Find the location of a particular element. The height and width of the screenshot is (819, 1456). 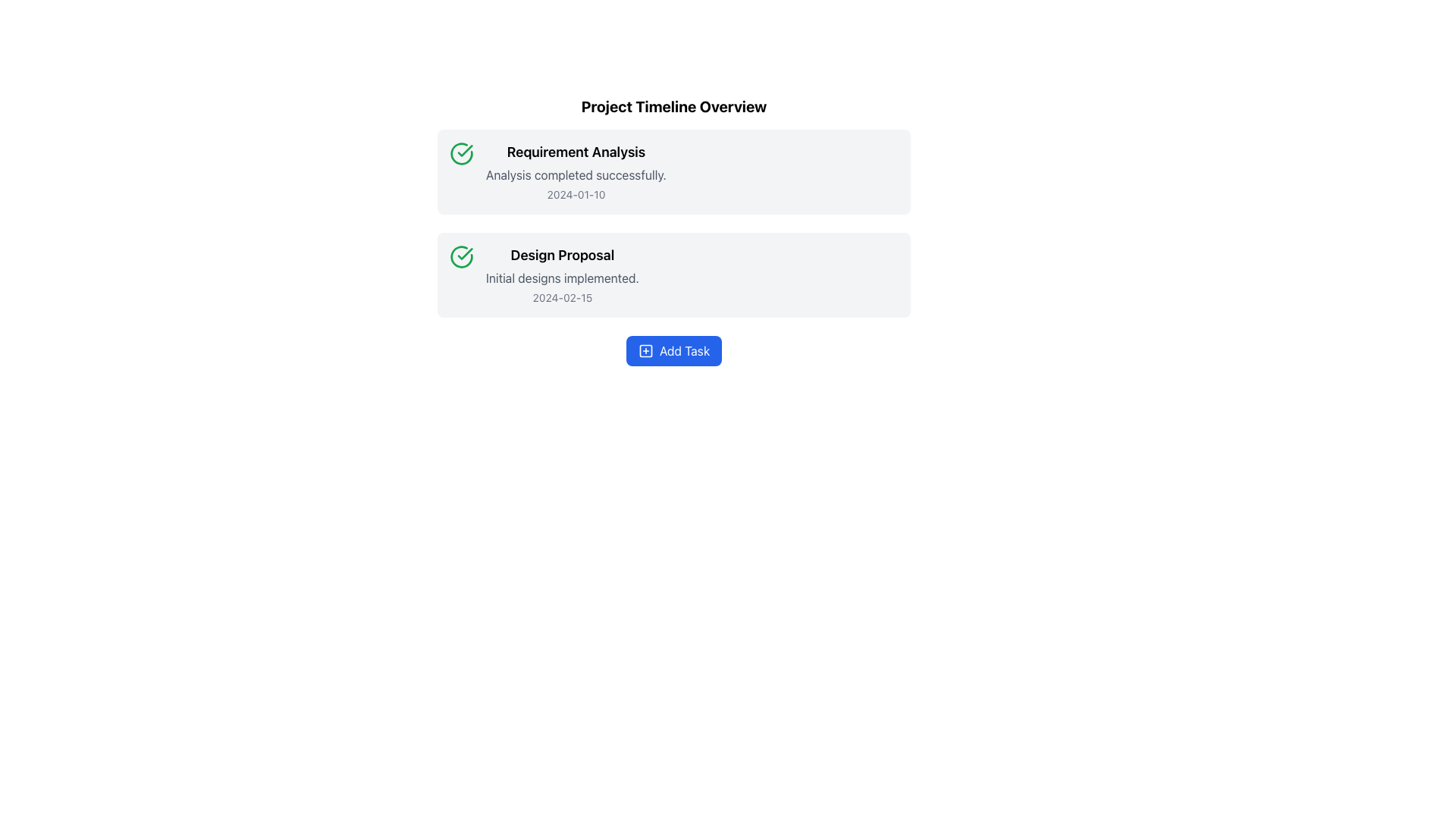

information displayed in the text block titled 'Requirement Analysis', which includes the status message 'Analysis completed successfully.' and the date '2024-01-10' is located at coordinates (575, 171).